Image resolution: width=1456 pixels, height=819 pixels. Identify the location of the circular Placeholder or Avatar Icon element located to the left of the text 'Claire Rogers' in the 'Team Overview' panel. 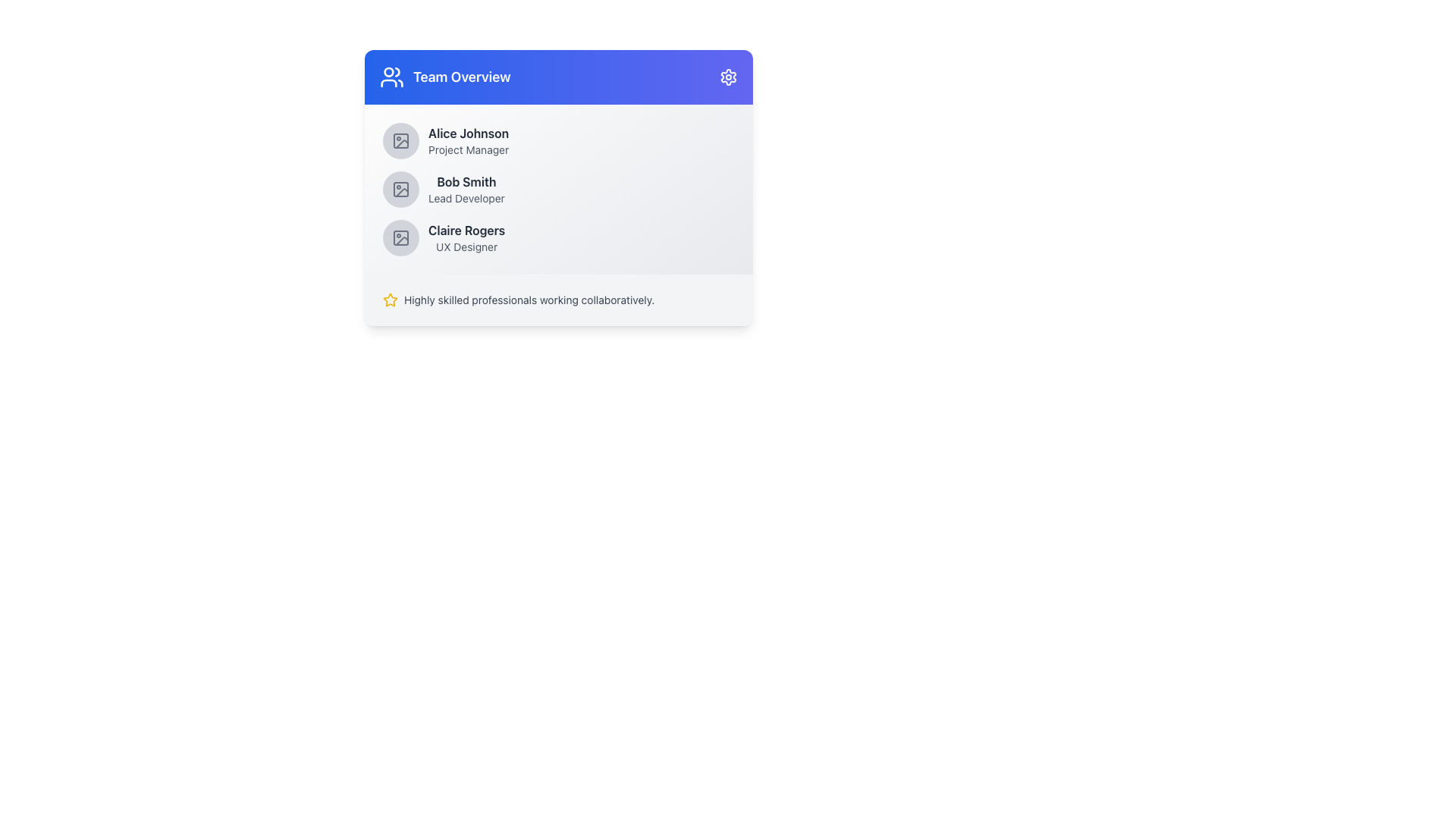
(400, 237).